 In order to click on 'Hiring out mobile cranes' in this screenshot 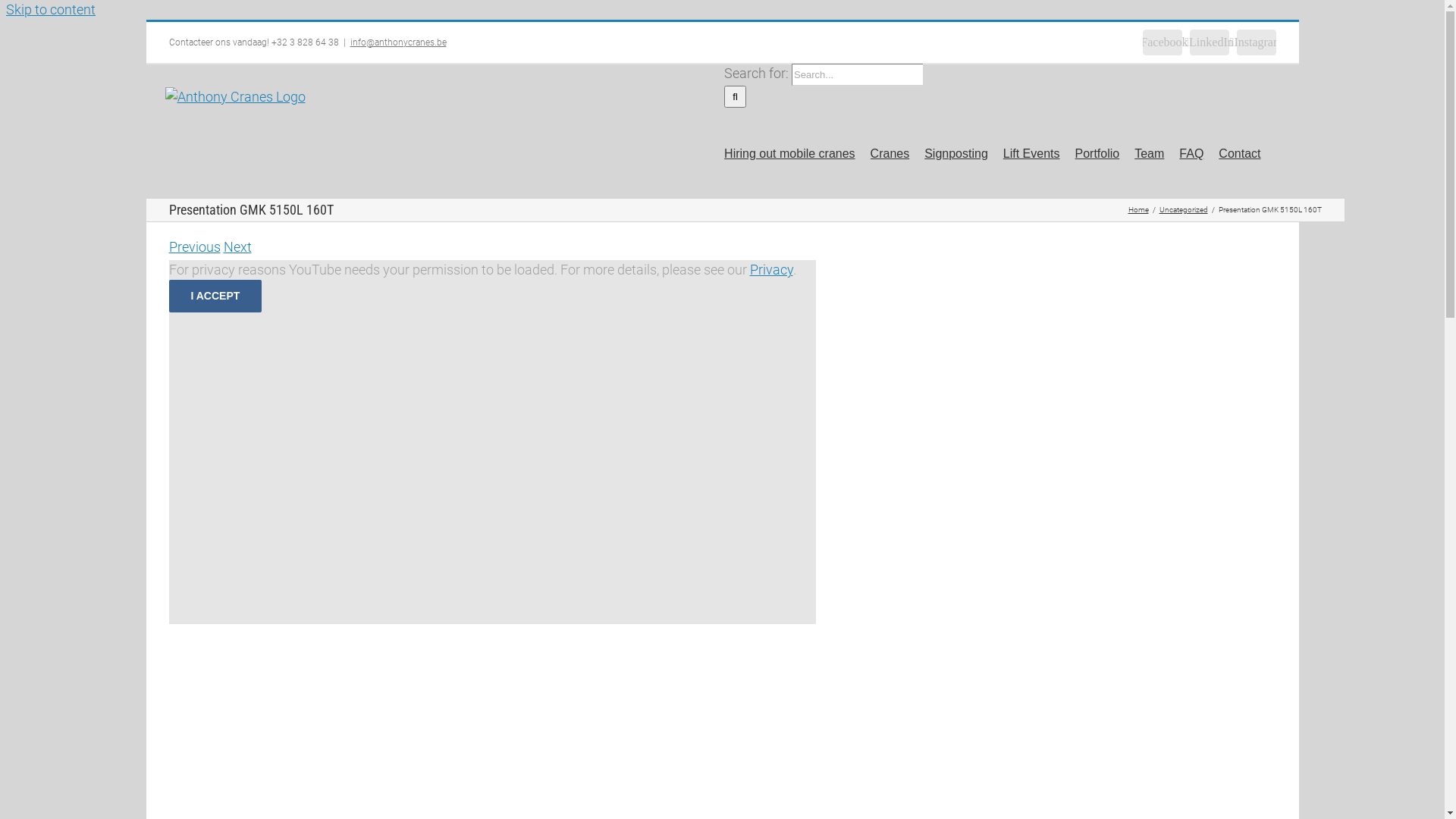, I will do `click(789, 152)`.